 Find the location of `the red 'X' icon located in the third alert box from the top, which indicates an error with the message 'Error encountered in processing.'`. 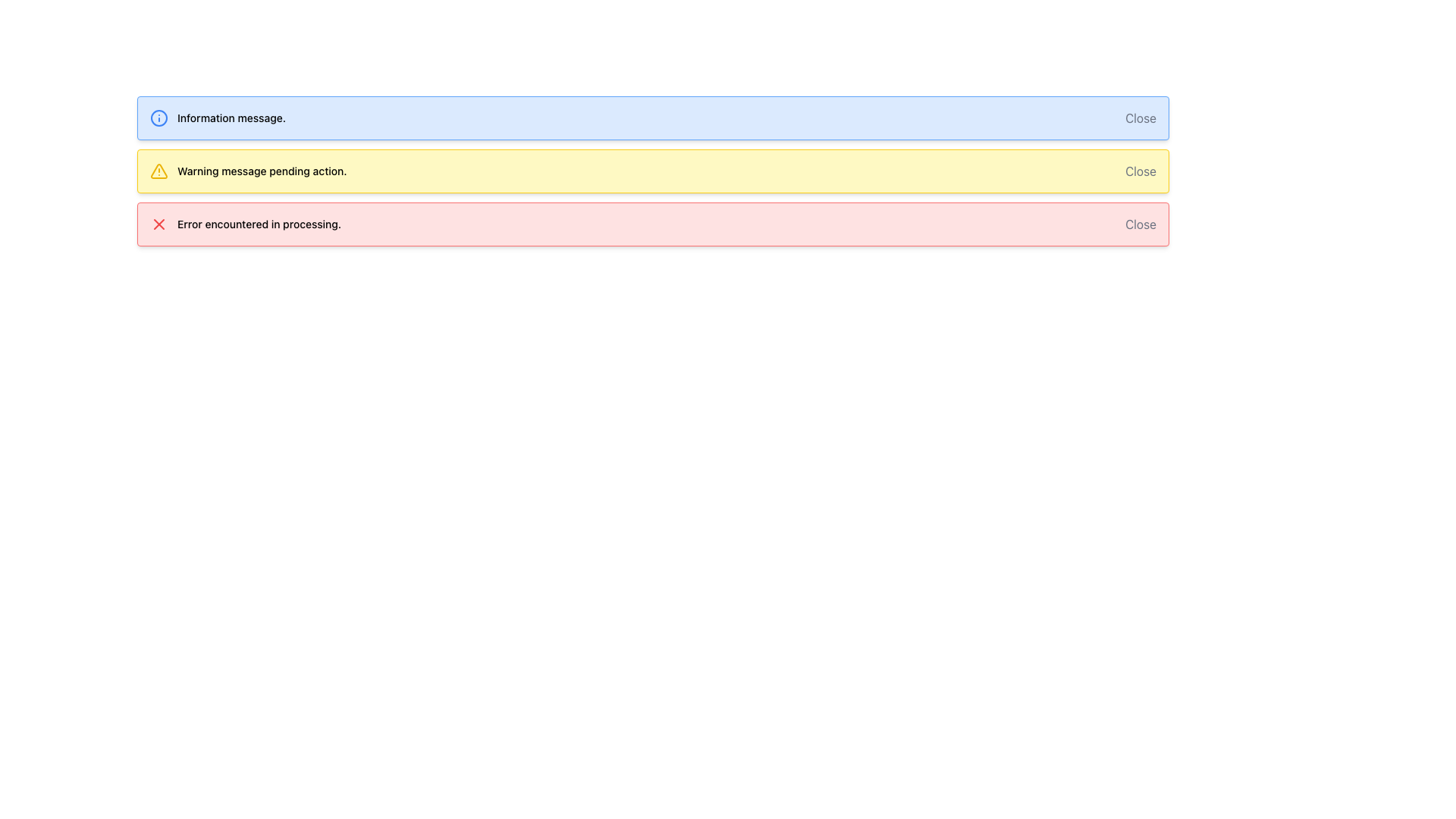

the red 'X' icon located in the third alert box from the top, which indicates an error with the message 'Error encountered in processing.' is located at coordinates (159, 224).